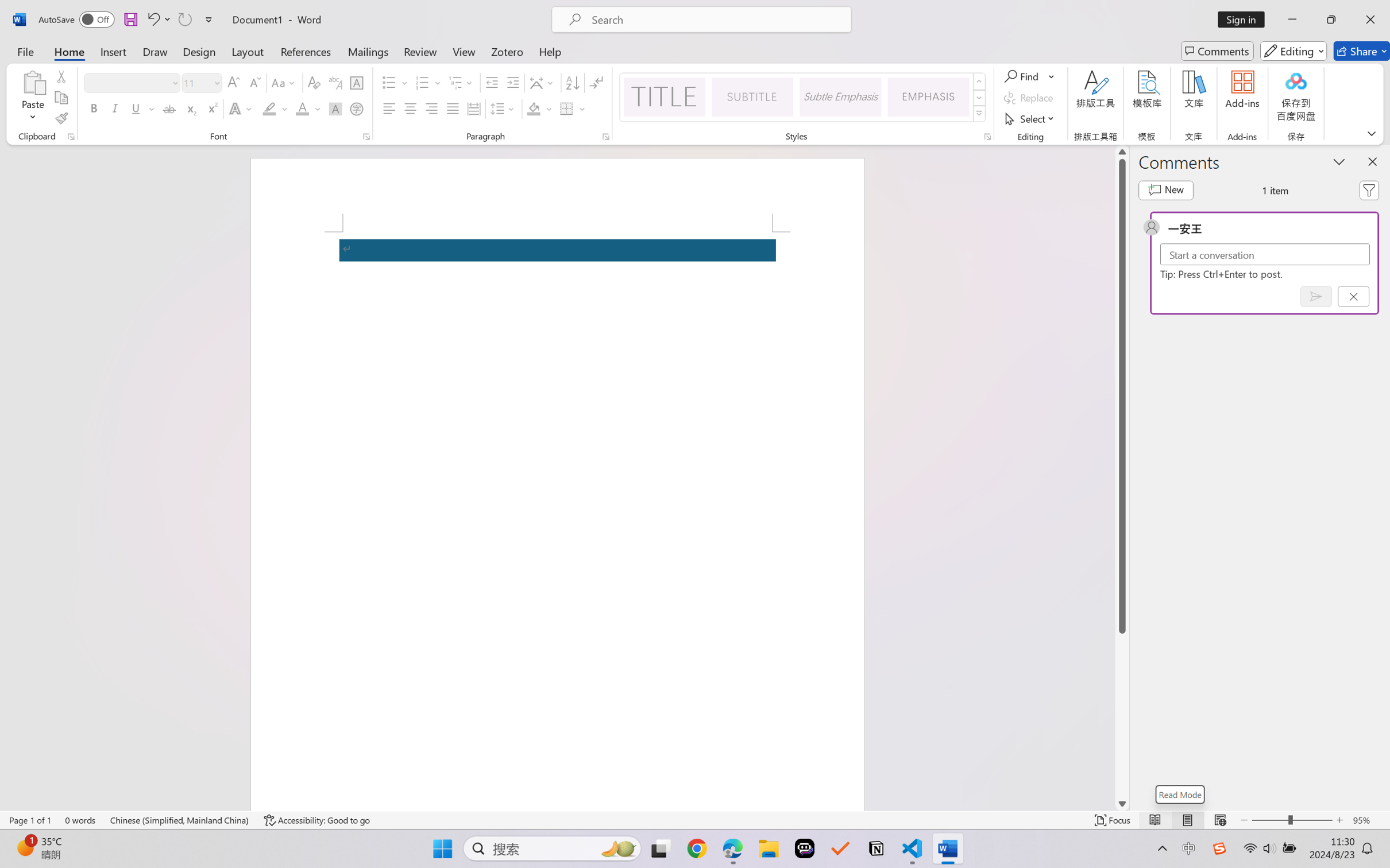  Describe the element at coordinates (303, 108) in the screenshot. I see `'Font Color RGB(255, 0, 0)'` at that location.